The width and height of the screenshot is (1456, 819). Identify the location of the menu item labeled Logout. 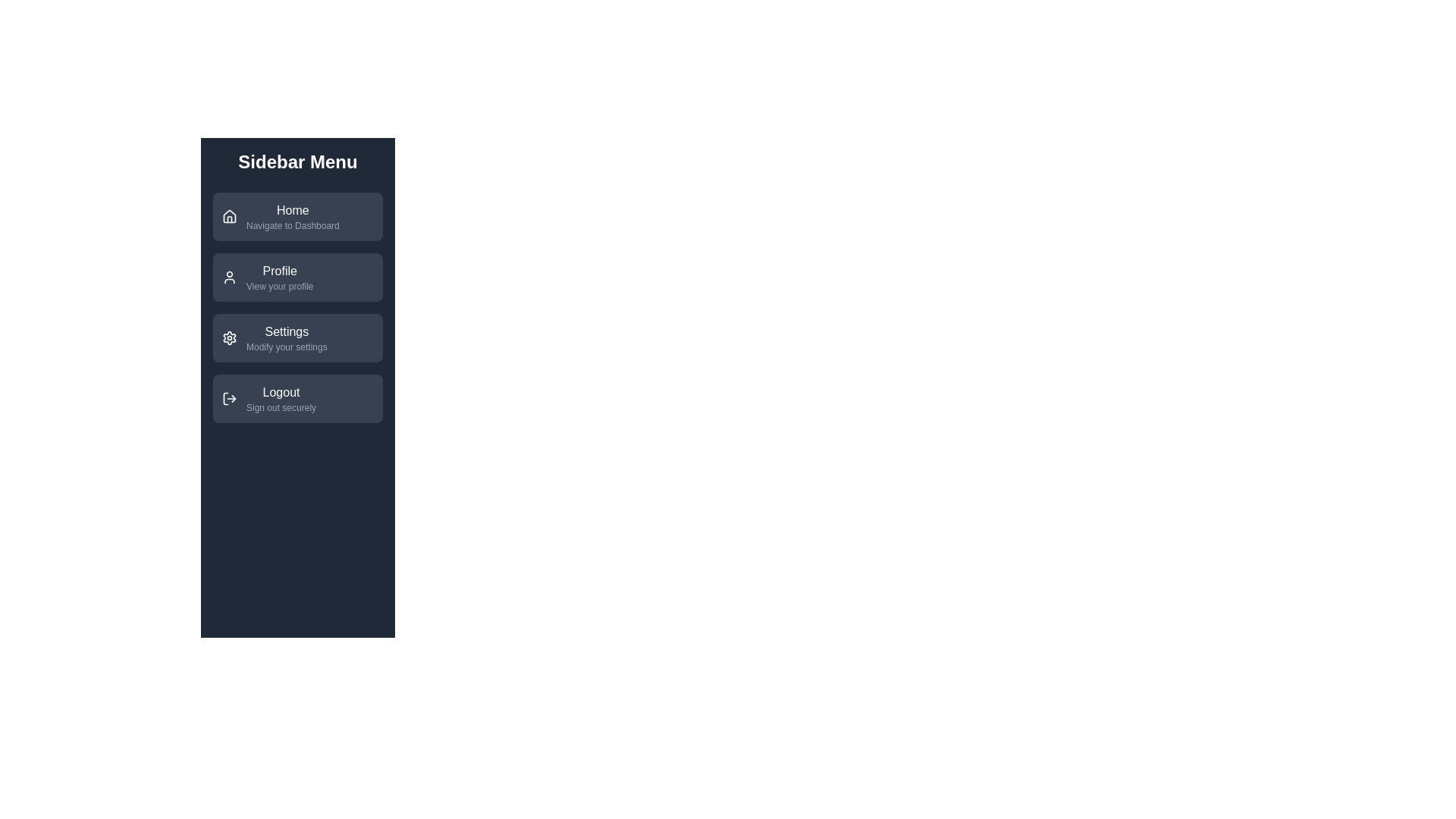
(298, 397).